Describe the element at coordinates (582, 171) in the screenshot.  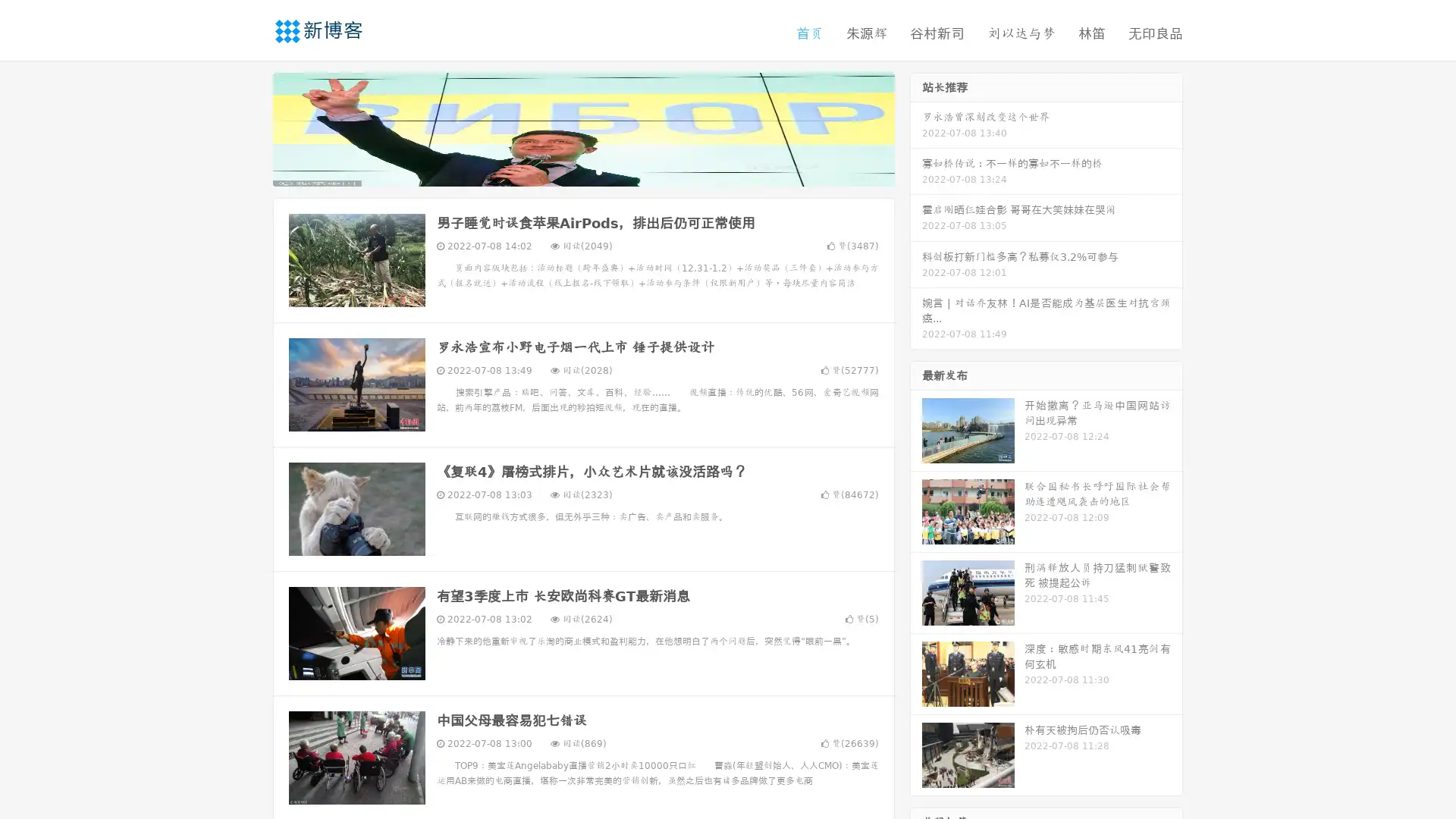
I see `Go to slide 2` at that location.